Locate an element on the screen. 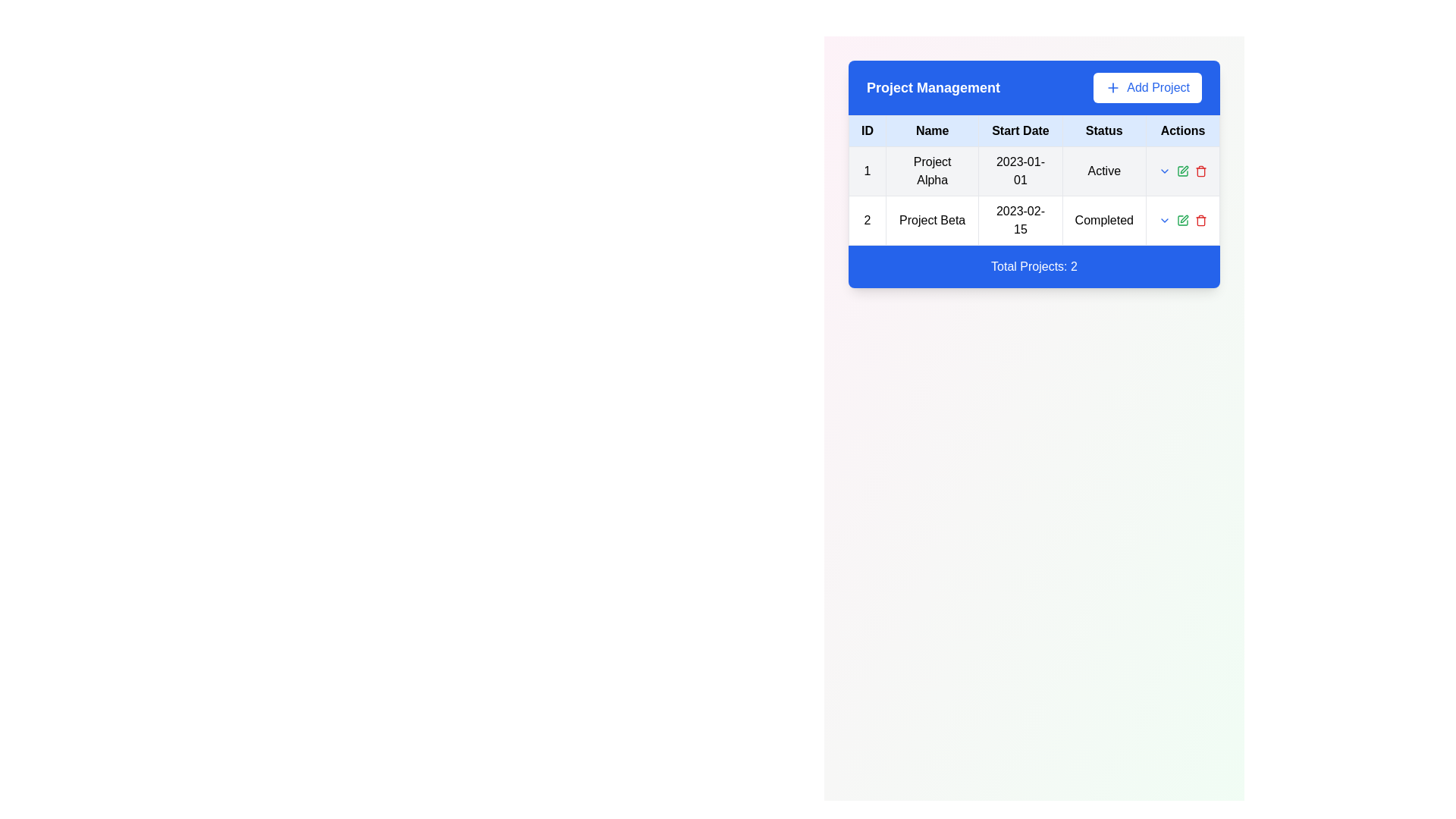 The image size is (1456, 819). date from the Text Element that represents the start date of the project in the 'Project Management' table, located under the 'Start Date' column next to 'Project Beta' is located at coordinates (1020, 220).